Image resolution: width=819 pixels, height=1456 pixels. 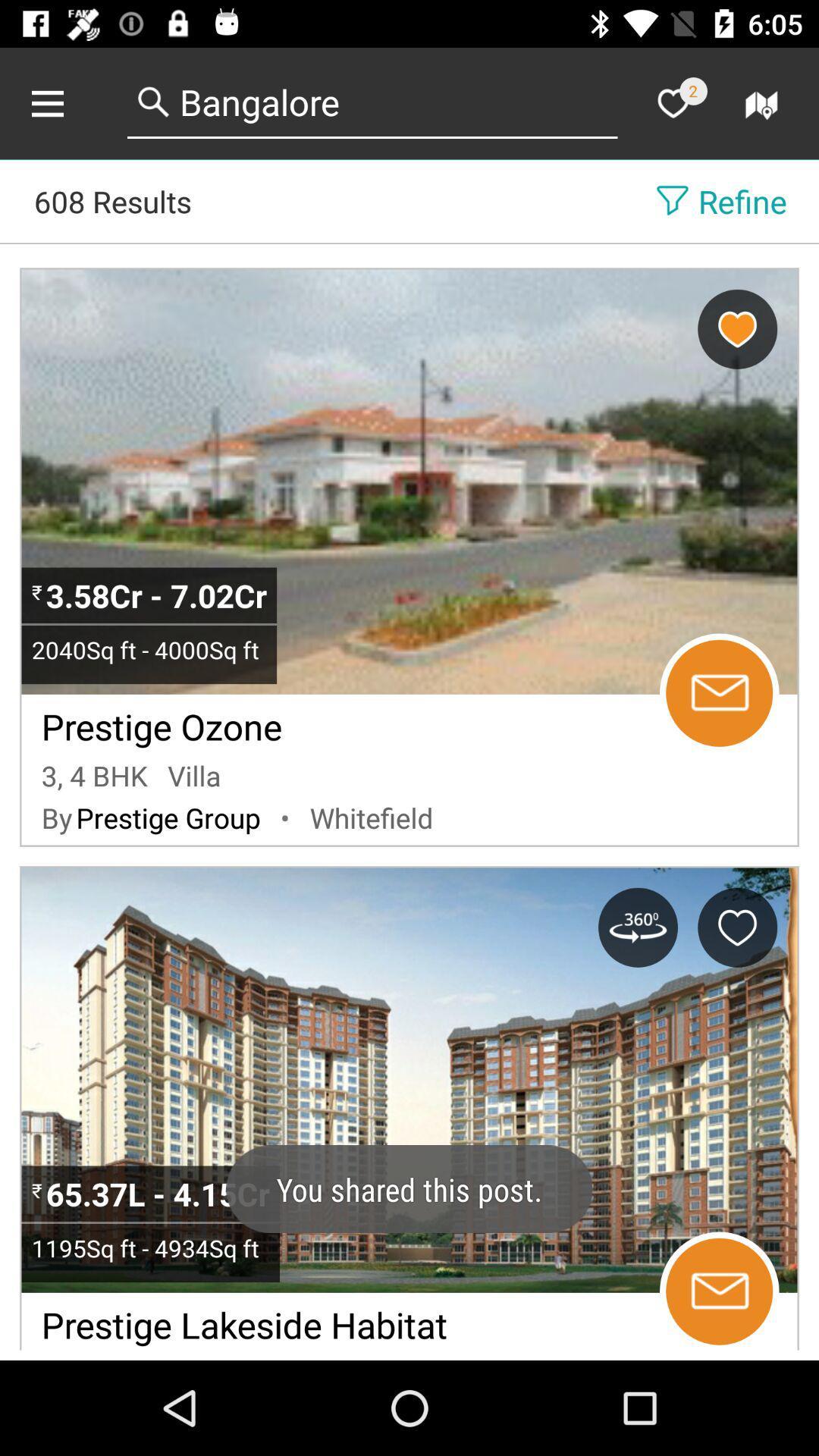 What do you see at coordinates (736, 328) in the screenshot?
I see `to remove favorite` at bounding box center [736, 328].